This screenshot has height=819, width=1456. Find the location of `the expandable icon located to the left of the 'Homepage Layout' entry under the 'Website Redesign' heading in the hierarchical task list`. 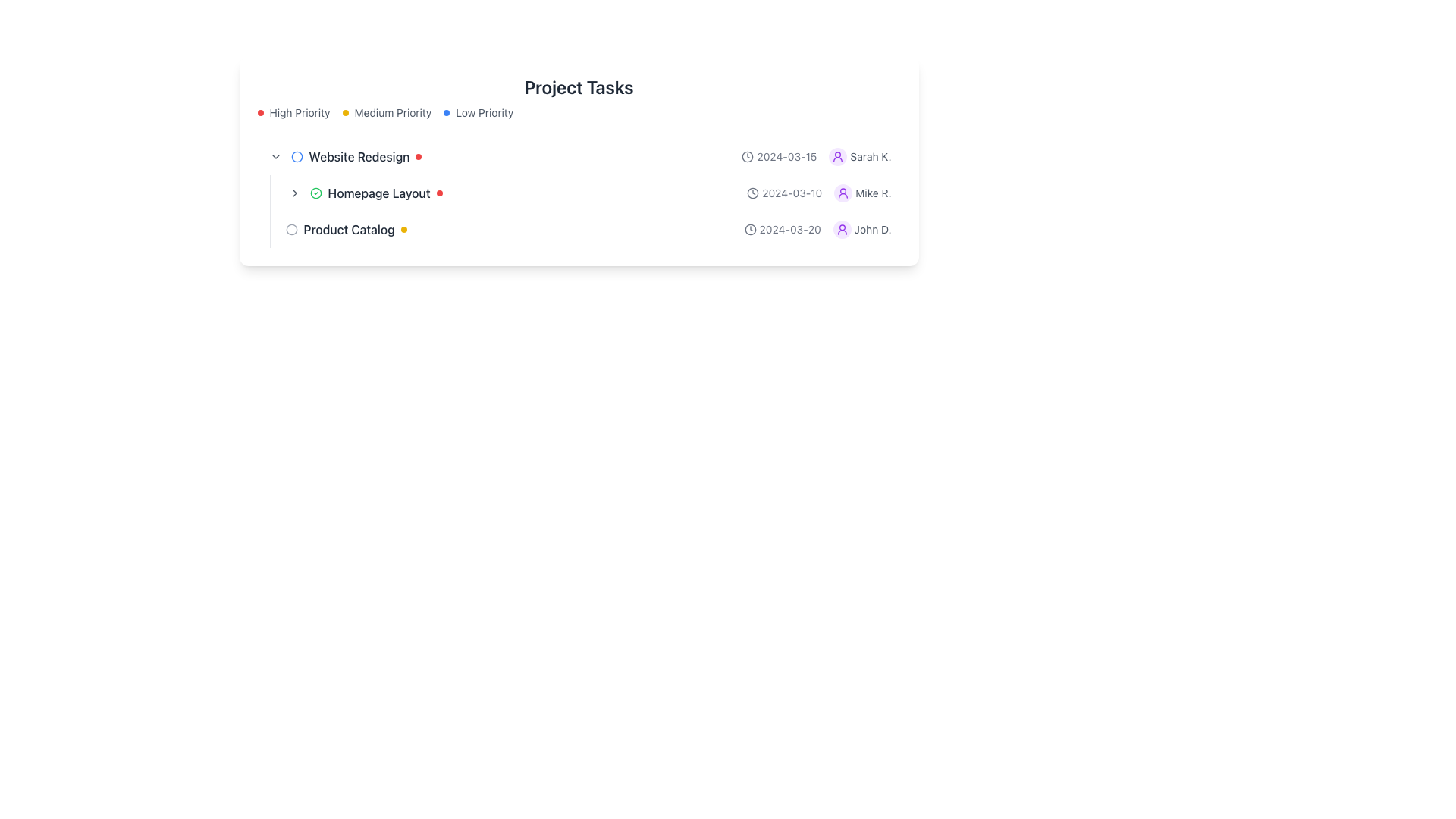

the expandable icon located to the left of the 'Homepage Layout' entry under the 'Website Redesign' heading in the hierarchical task list is located at coordinates (294, 192).